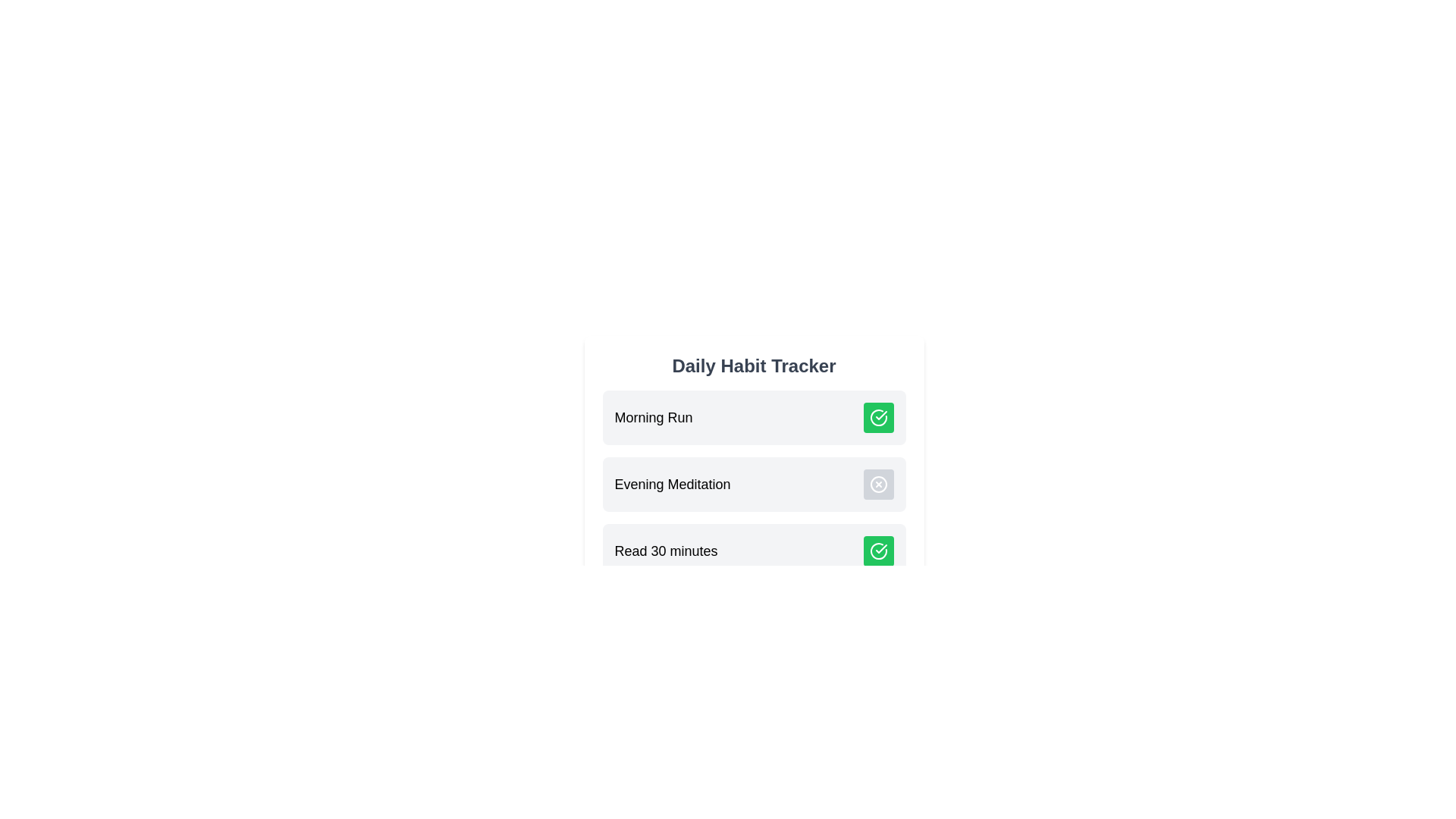 The image size is (1456, 819). What do you see at coordinates (754, 465) in the screenshot?
I see `the daily habit tracker panel` at bounding box center [754, 465].